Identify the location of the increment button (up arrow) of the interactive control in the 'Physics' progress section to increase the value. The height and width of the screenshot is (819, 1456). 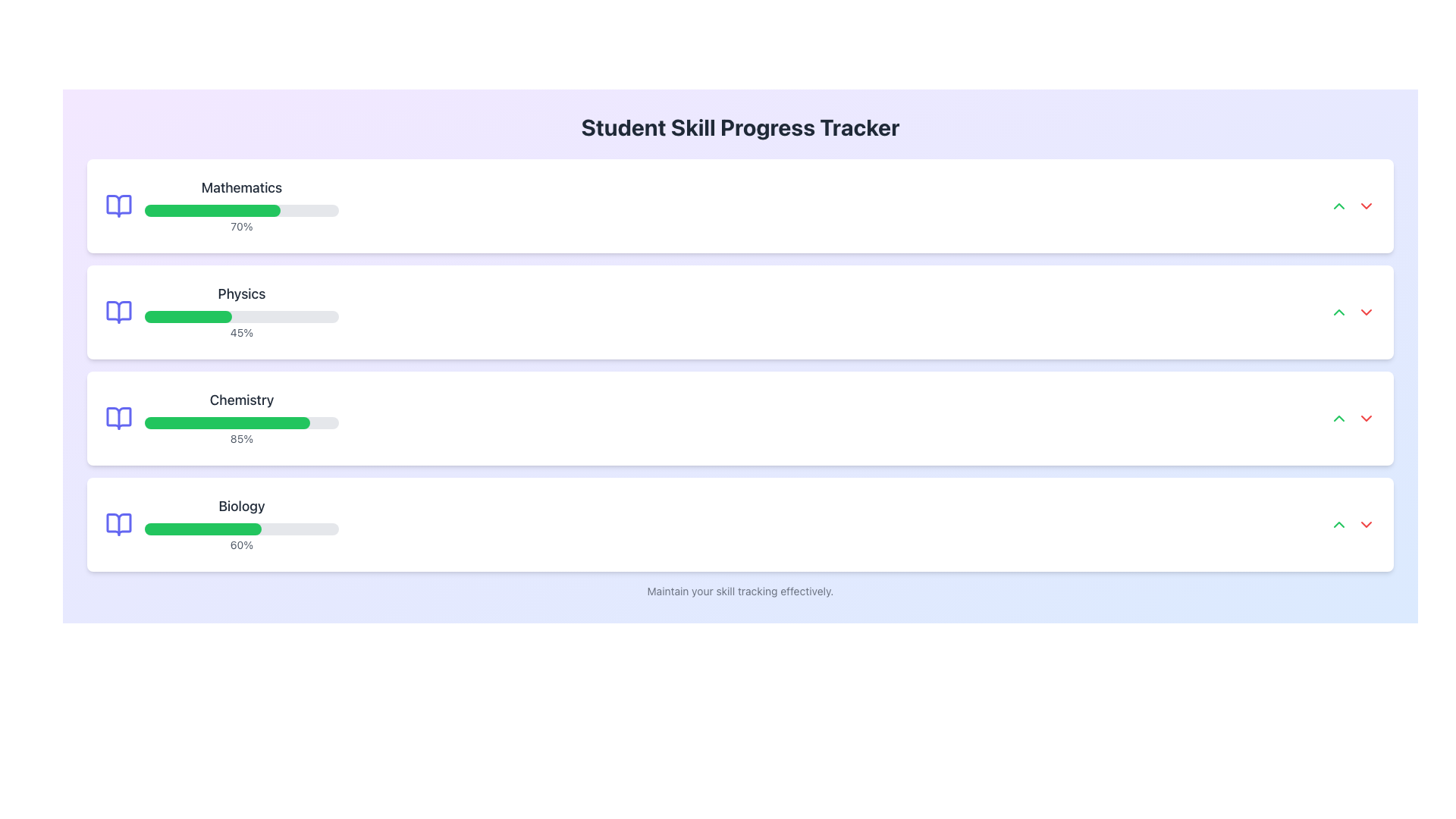
(1353, 312).